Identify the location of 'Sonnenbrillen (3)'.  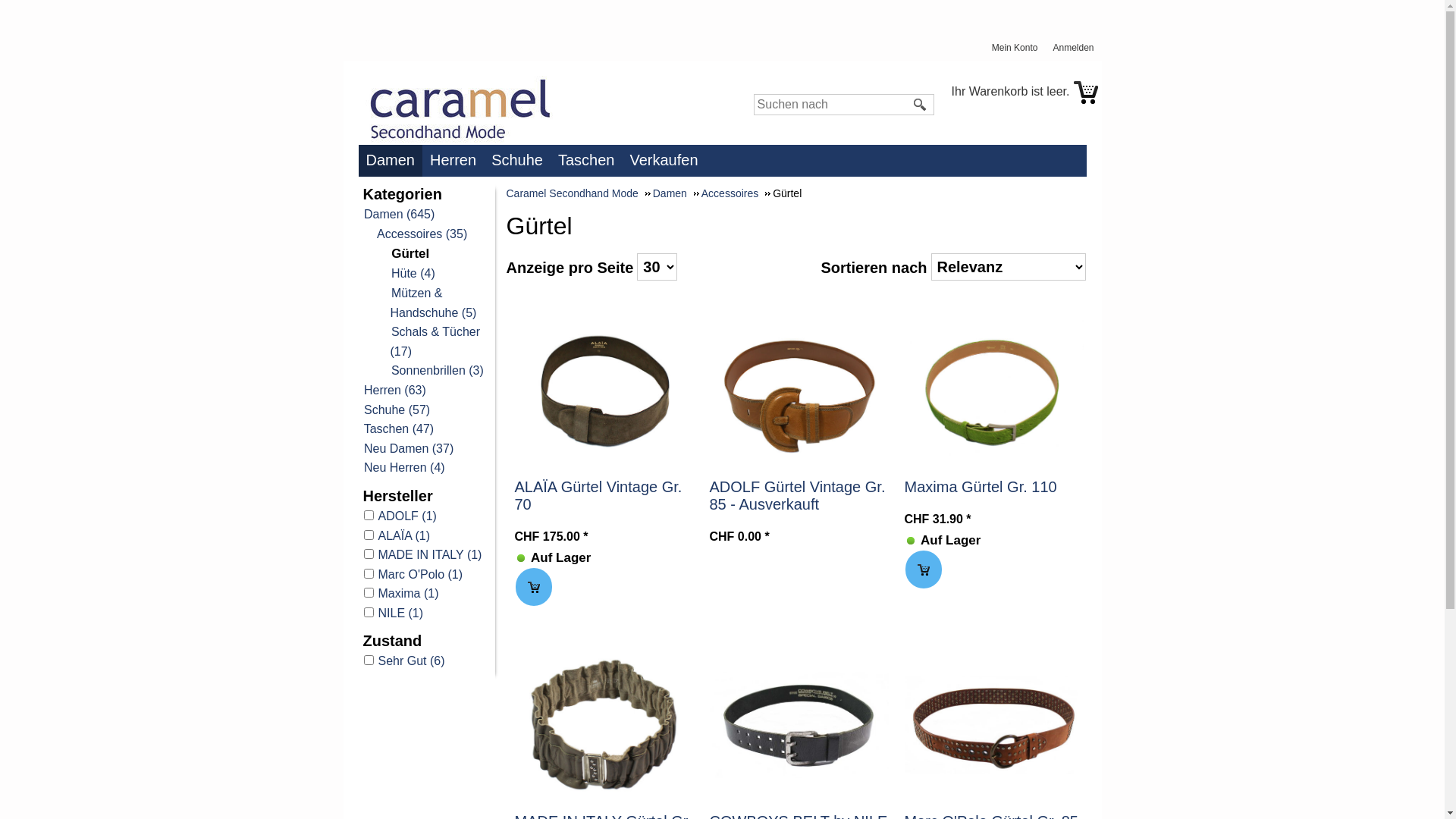
(435, 370).